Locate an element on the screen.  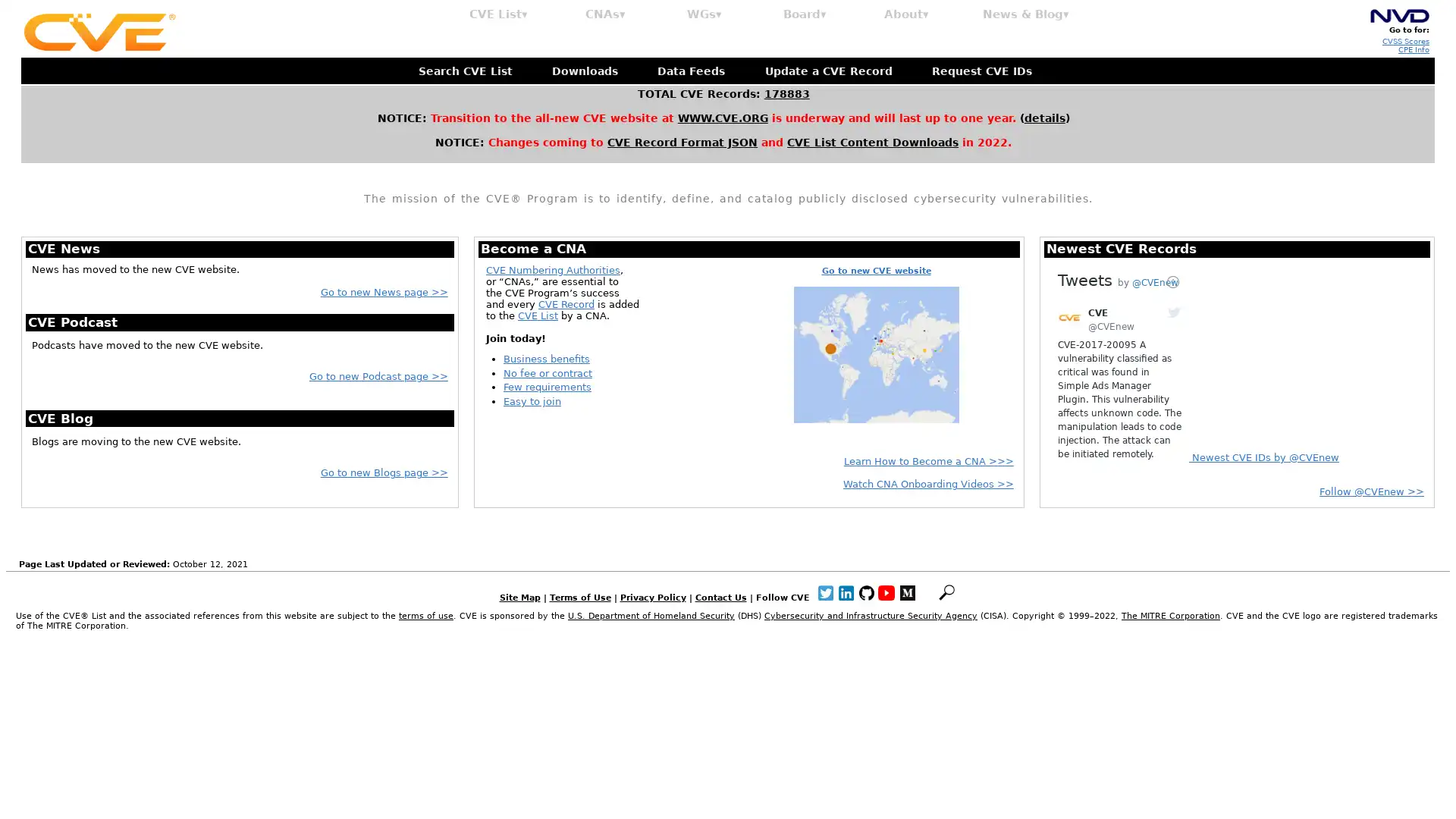
Board is located at coordinates (804, 14).